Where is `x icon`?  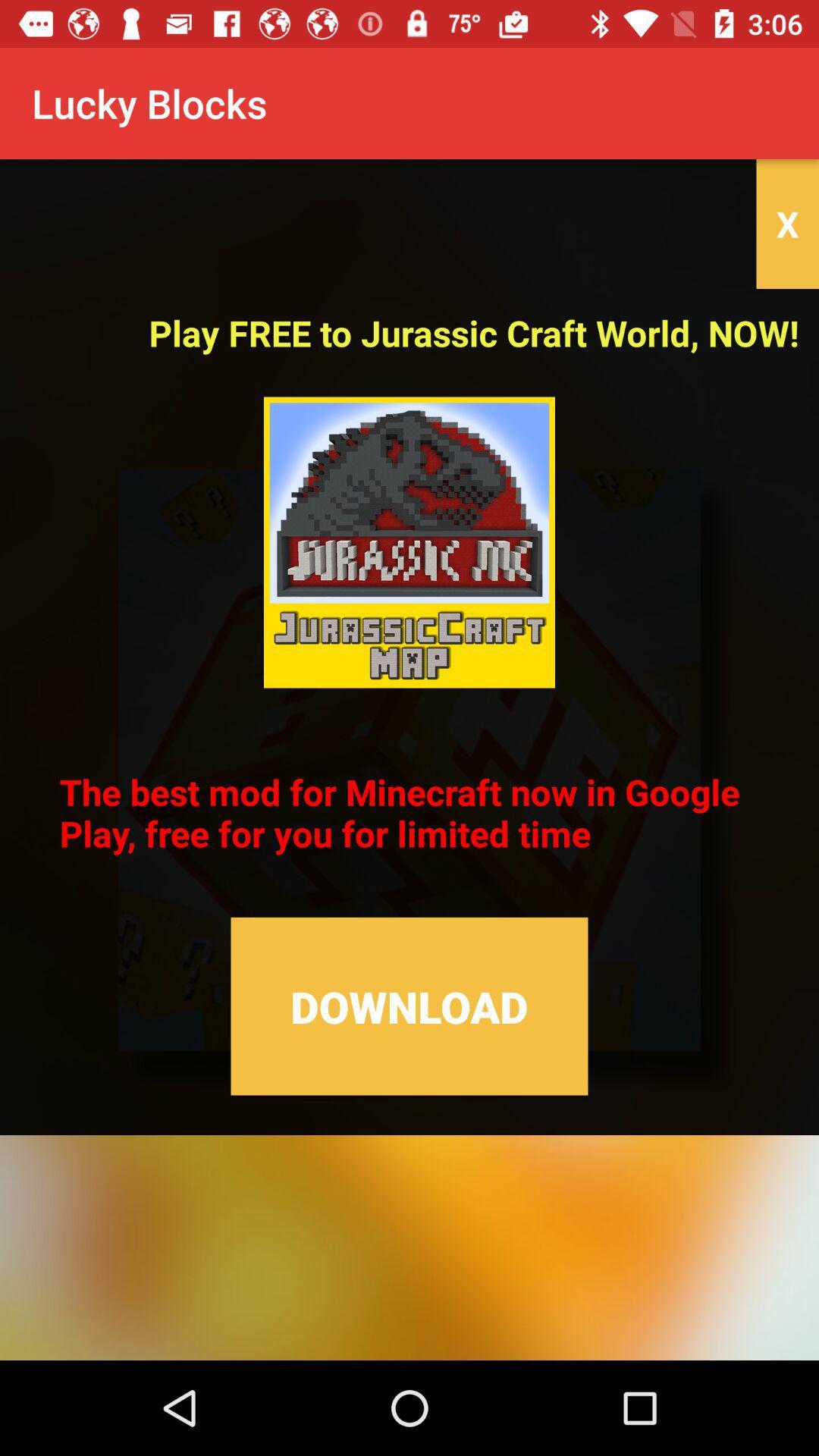 x icon is located at coordinates (786, 223).